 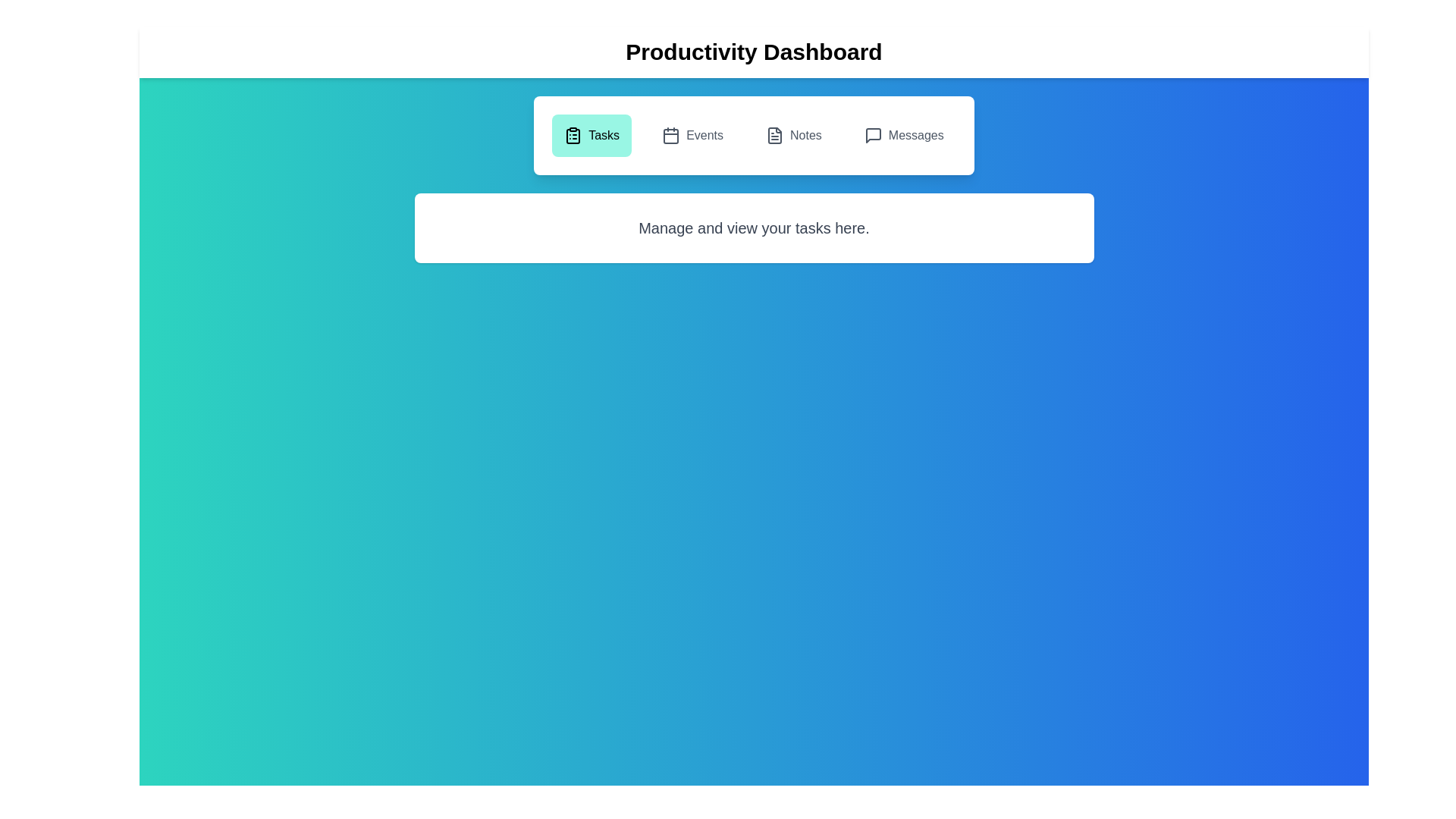 What do you see at coordinates (691, 134) in the screenshot?
I see `the Events tab` at bounding box center [691, 134].